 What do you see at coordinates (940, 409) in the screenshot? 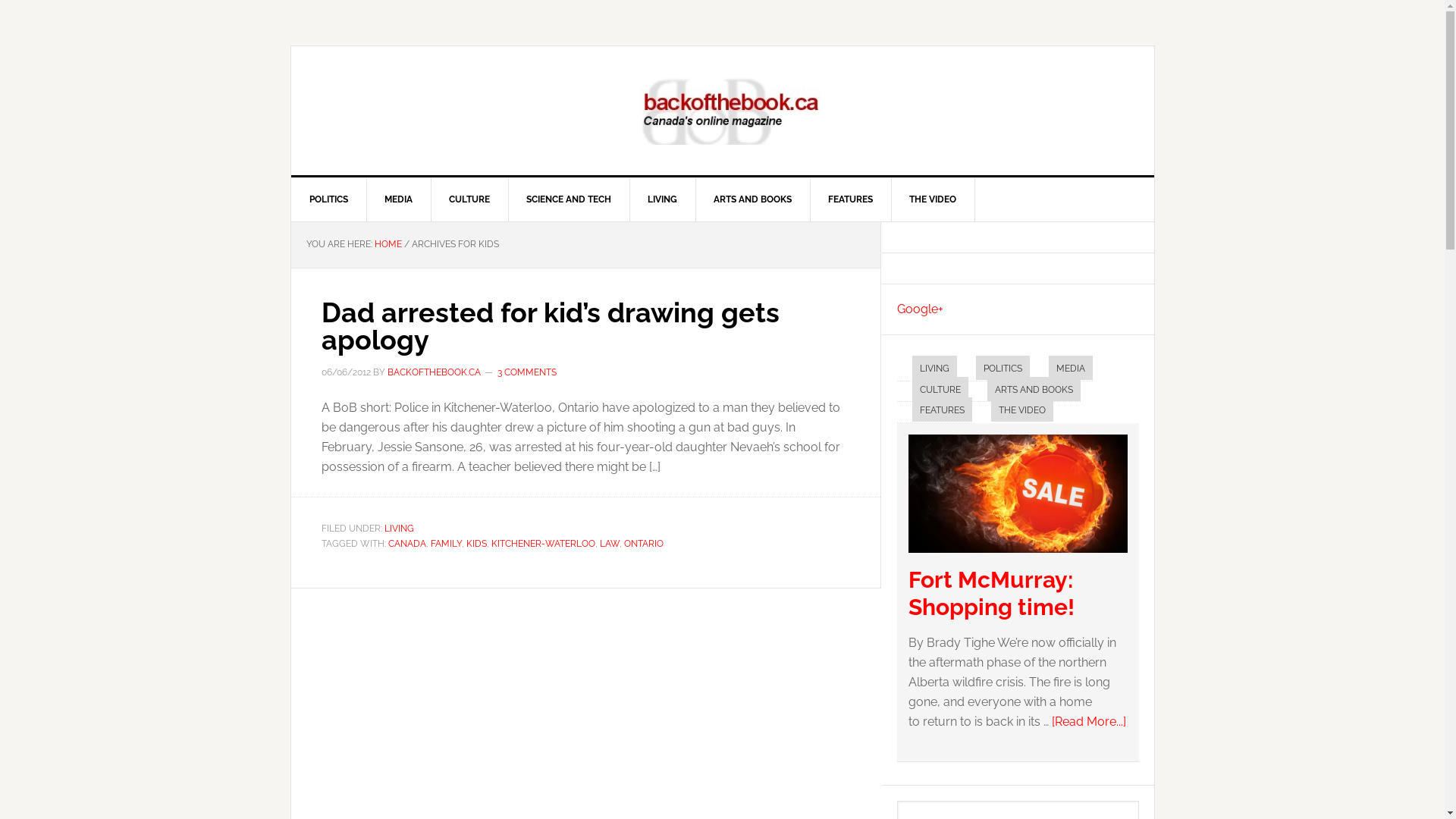
I see `'FEATURES'` at bounding box center [940, 409].